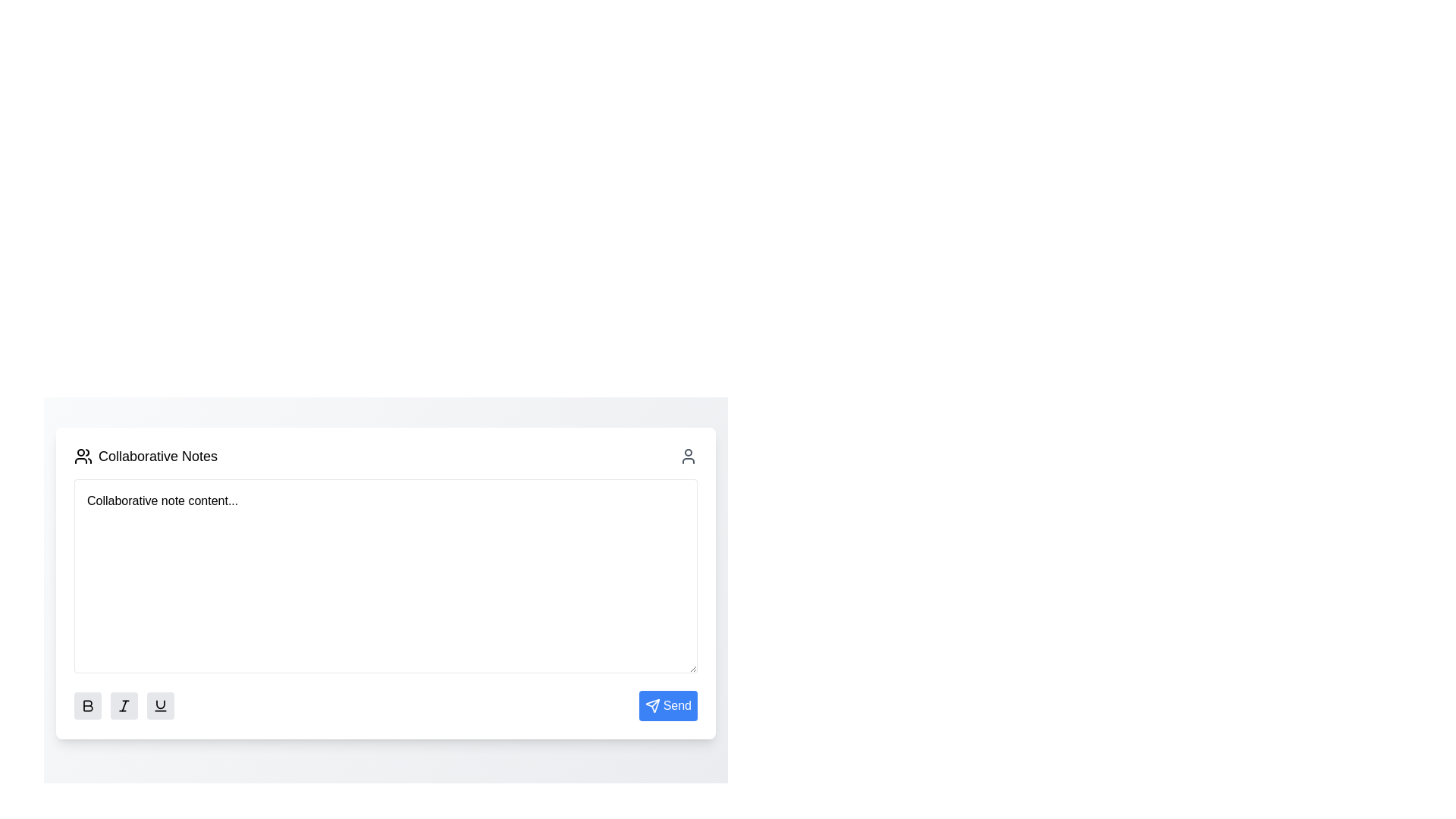  I want to click on the send icon, which is part of the interactive 'Send' button located in the bottom-right corner of the UI, featuring a blue rectangular background with a white paper plane icon and the text 'Send', so click(652, 705).